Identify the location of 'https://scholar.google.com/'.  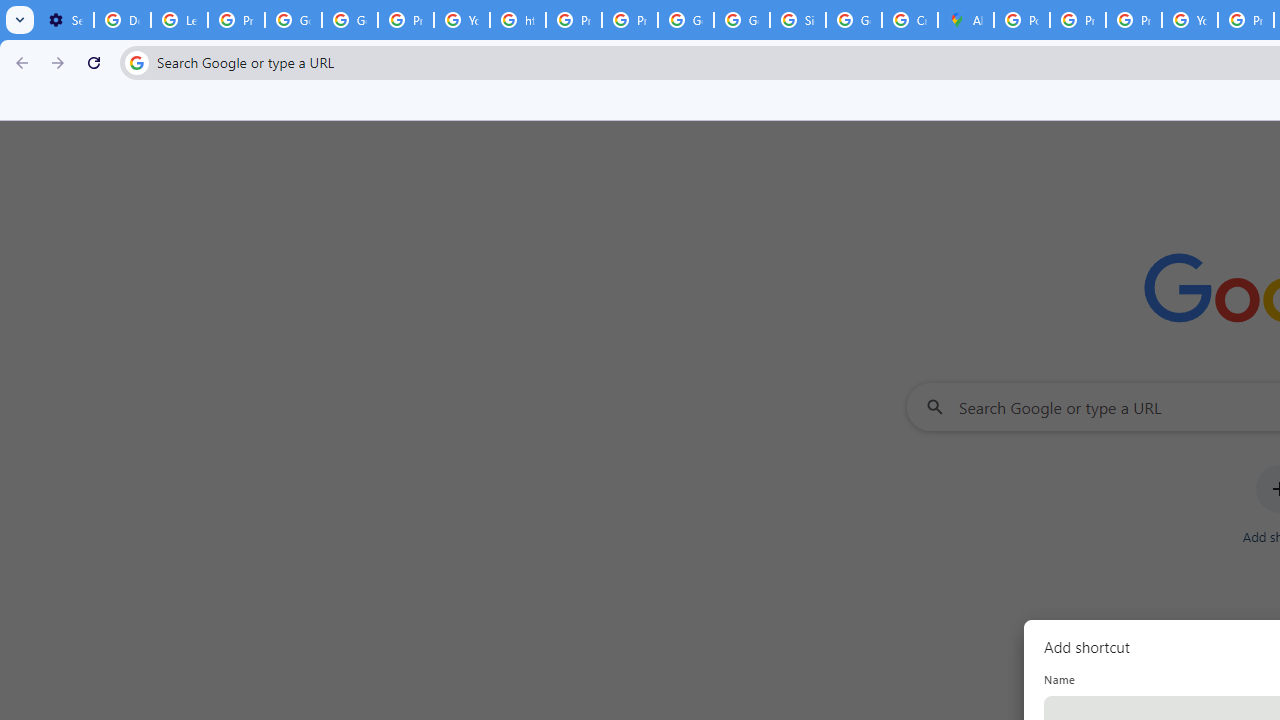
(518, 20).